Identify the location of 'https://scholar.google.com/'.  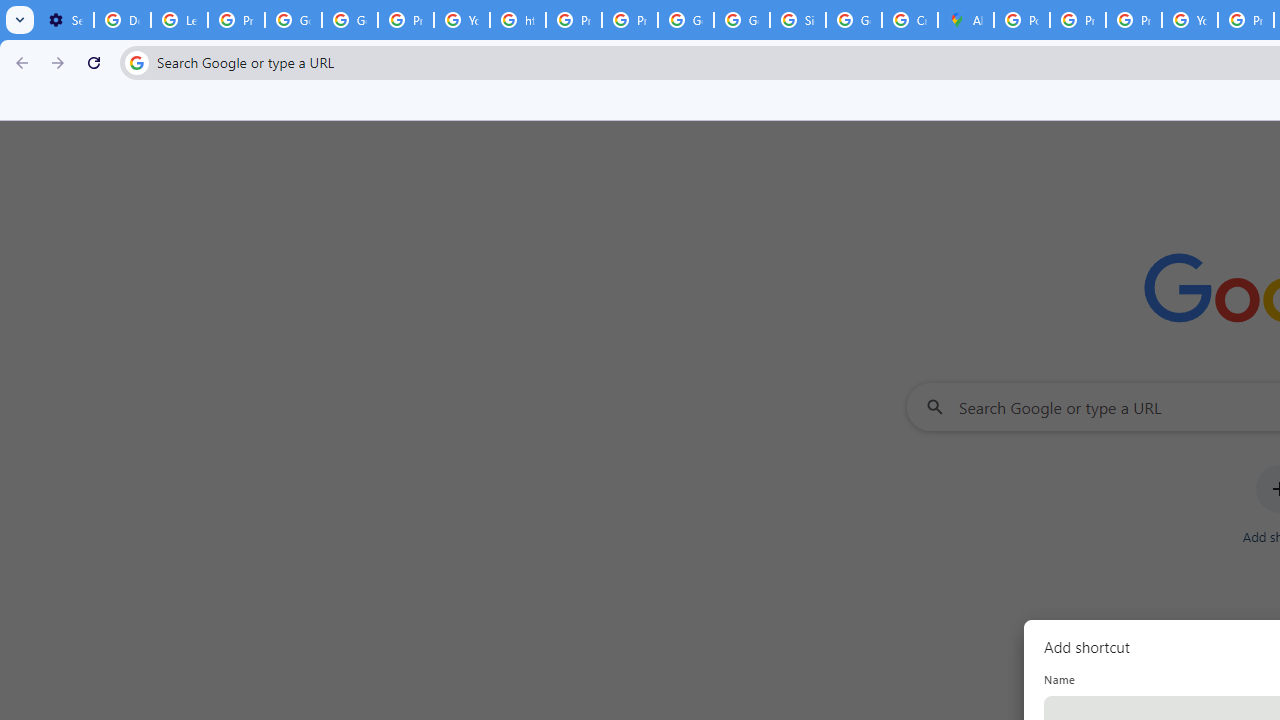
(518, 20).